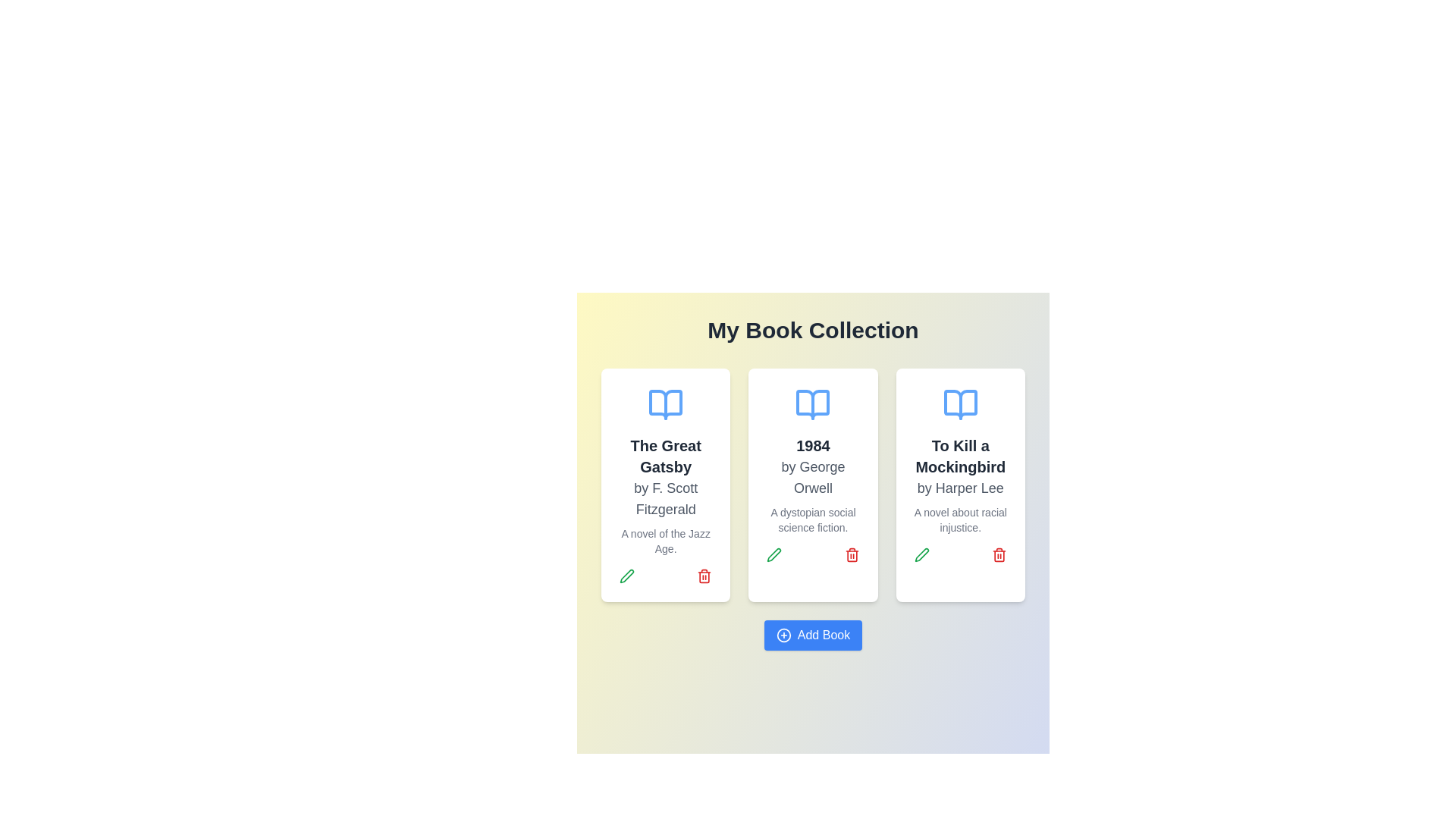 The width and height of the screenshot is (1456, 819). I want to click on the bold text element displaying '1984', which is centrally located in the middle card above the text 'by George Orwell', so click(812, 444).